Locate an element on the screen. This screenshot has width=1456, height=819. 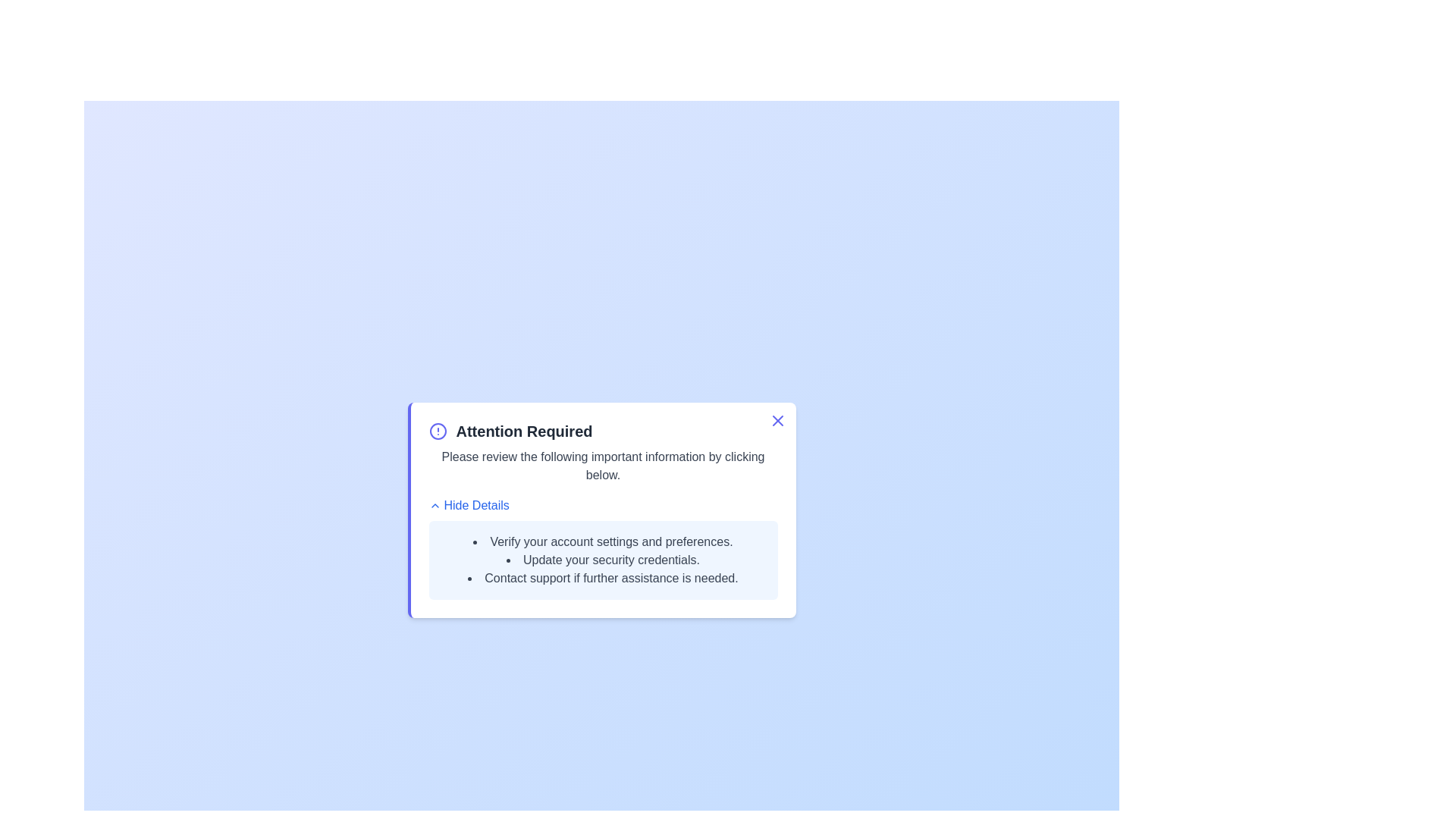
the close button to close the alert is located at coordinates (777, 421).